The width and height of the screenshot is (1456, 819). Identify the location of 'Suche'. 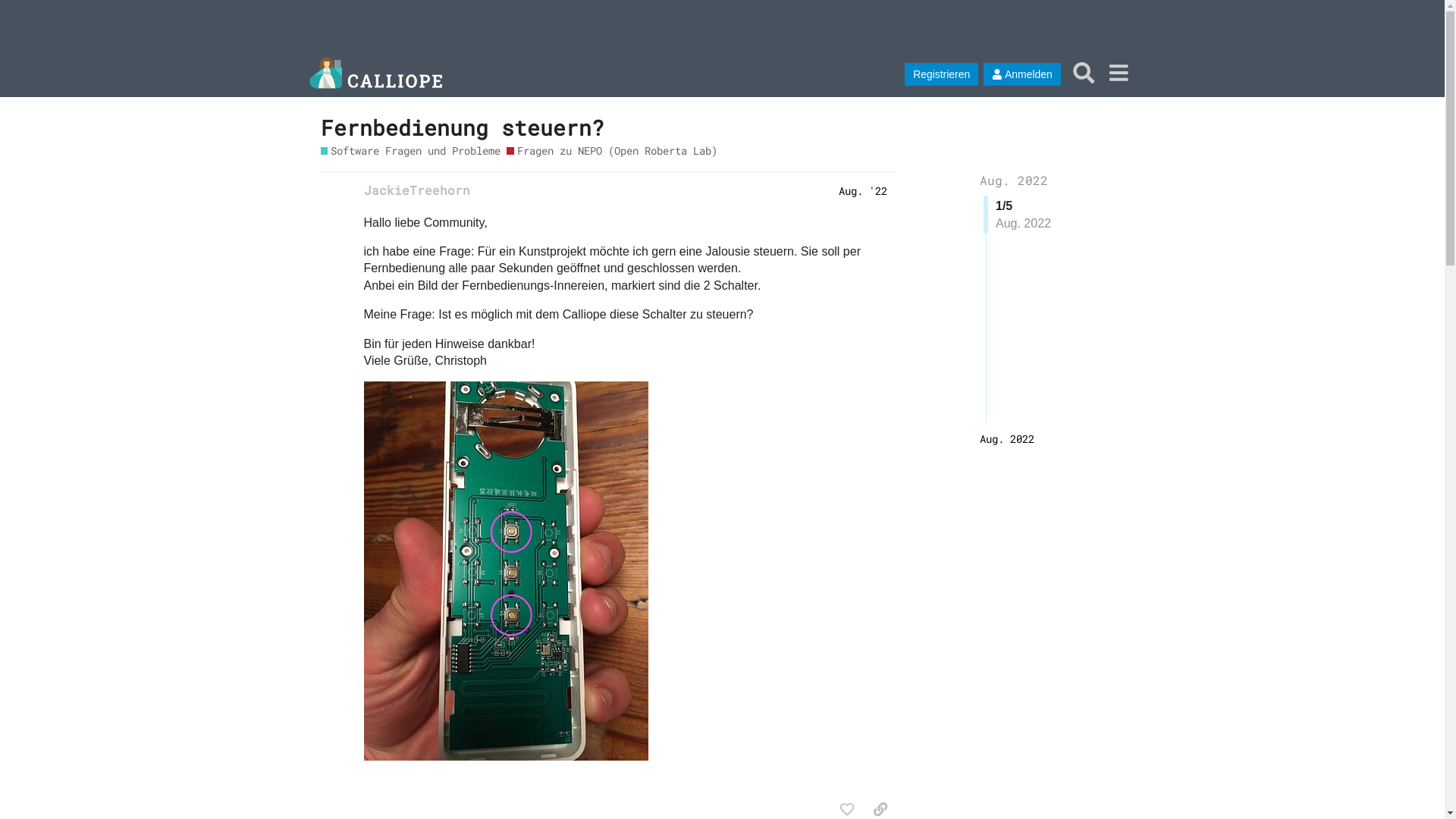
(1065, 72).